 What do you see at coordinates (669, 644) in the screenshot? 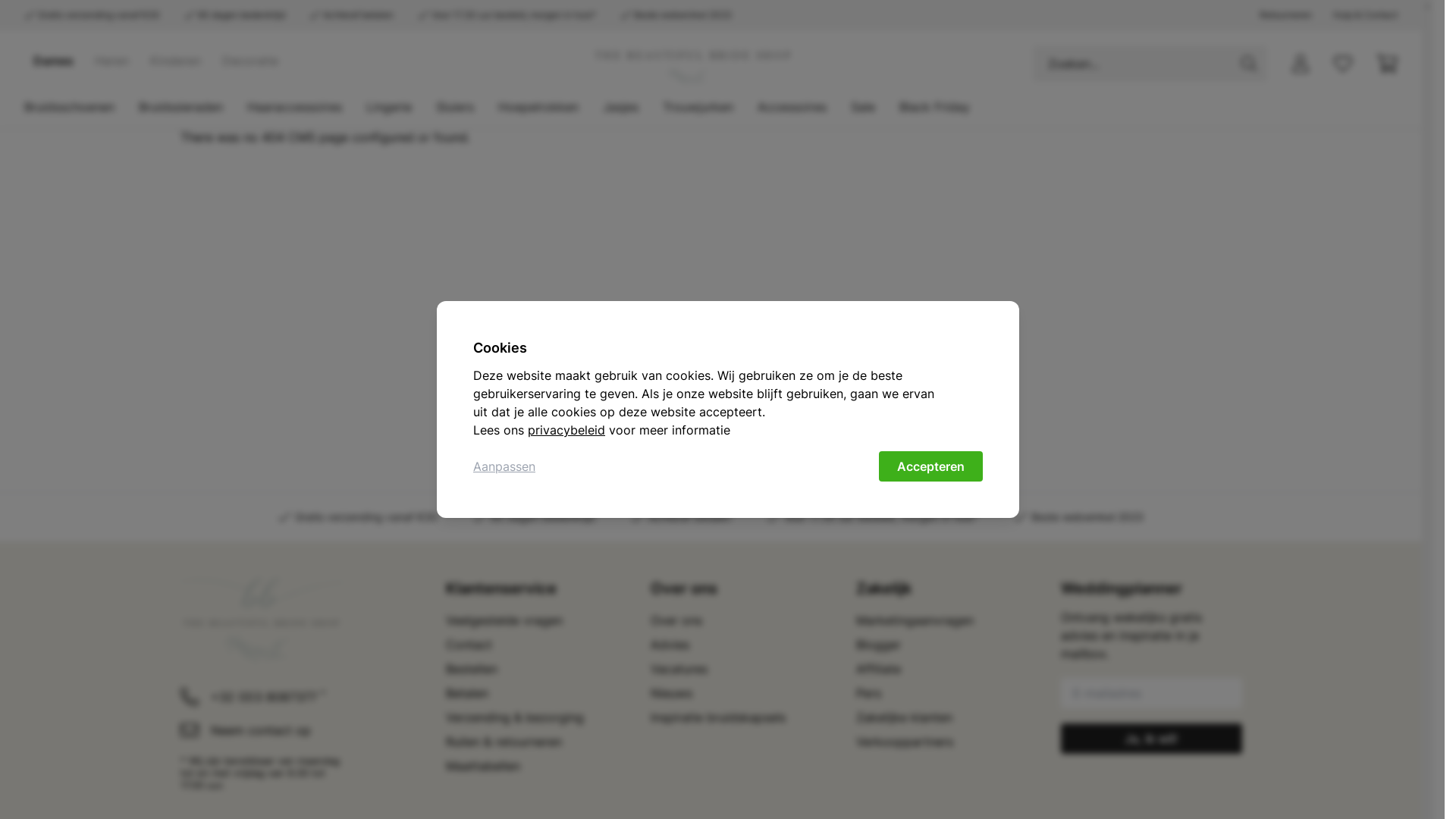
I see `'Advies'` at bounding box center [669, 644].